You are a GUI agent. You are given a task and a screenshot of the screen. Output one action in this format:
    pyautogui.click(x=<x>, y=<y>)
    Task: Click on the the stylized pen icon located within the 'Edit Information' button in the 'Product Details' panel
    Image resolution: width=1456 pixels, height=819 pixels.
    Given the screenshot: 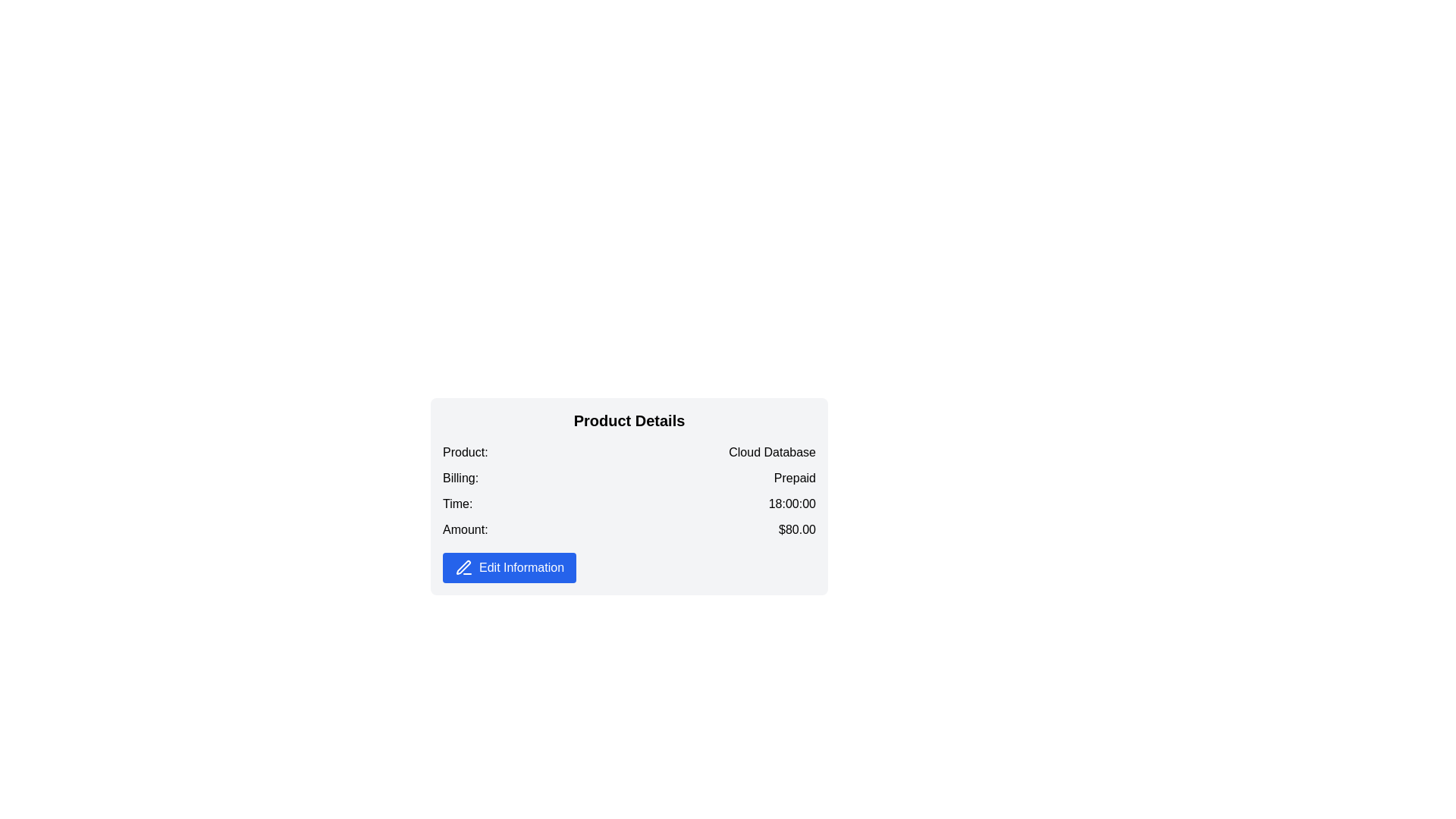 What is the action you would take?
    pyautogui.click(x=463, y=567)
    